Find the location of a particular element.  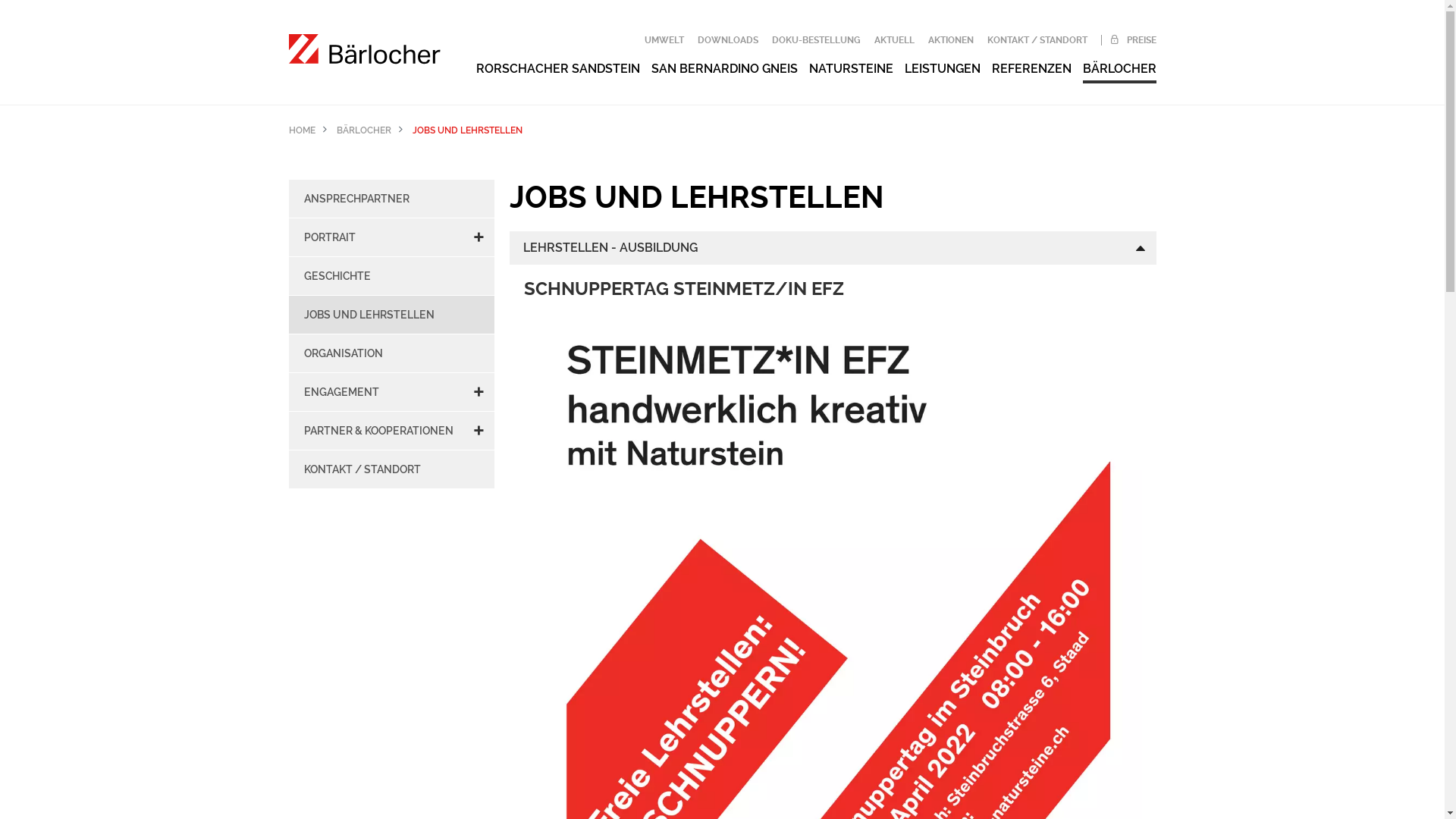

'SAN BERNARDINO GNEIS' is located at coordinates (723, 68).